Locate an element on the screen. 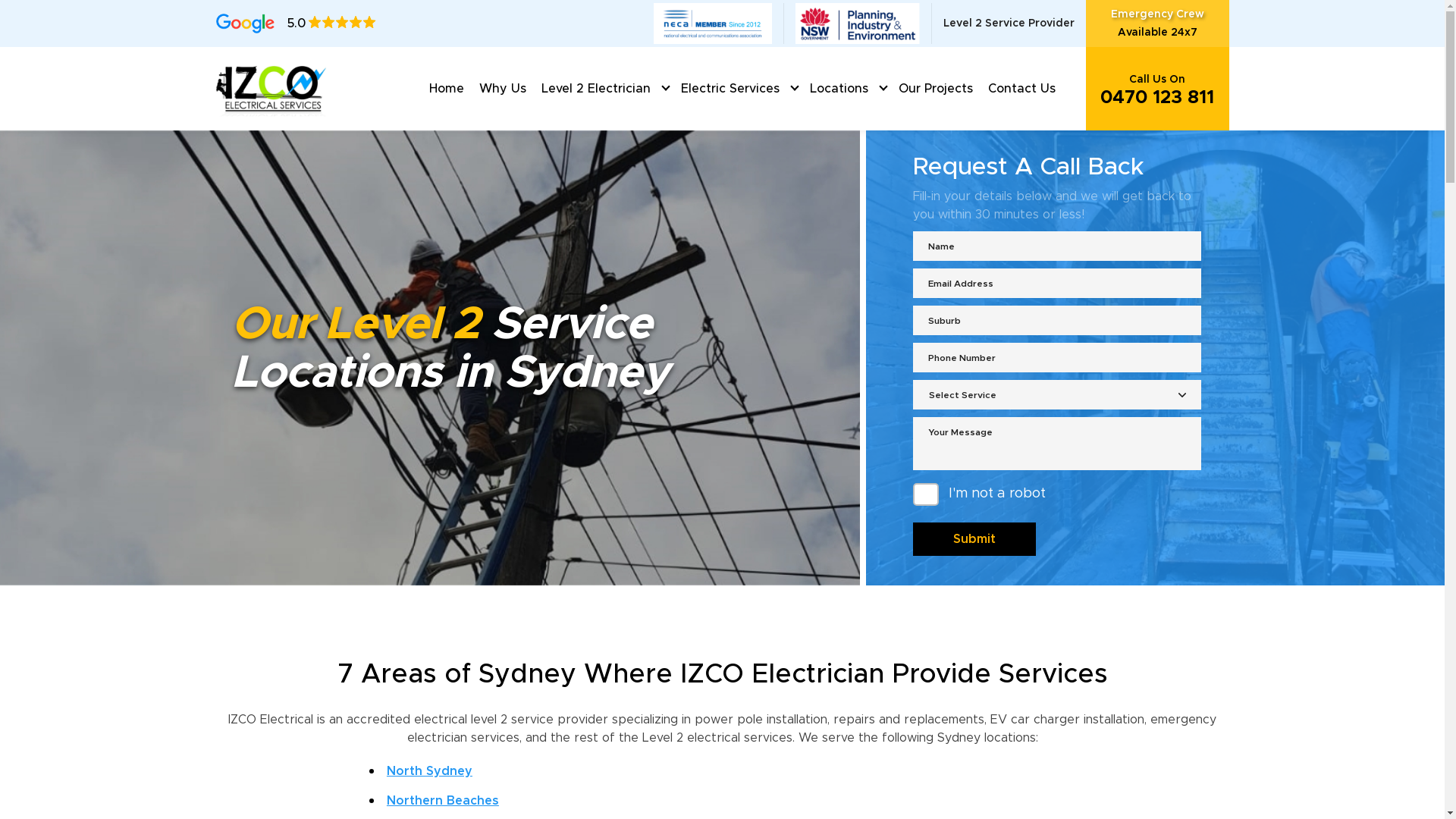  'Level 2 Electrician' is located at coordinates (595, 88).